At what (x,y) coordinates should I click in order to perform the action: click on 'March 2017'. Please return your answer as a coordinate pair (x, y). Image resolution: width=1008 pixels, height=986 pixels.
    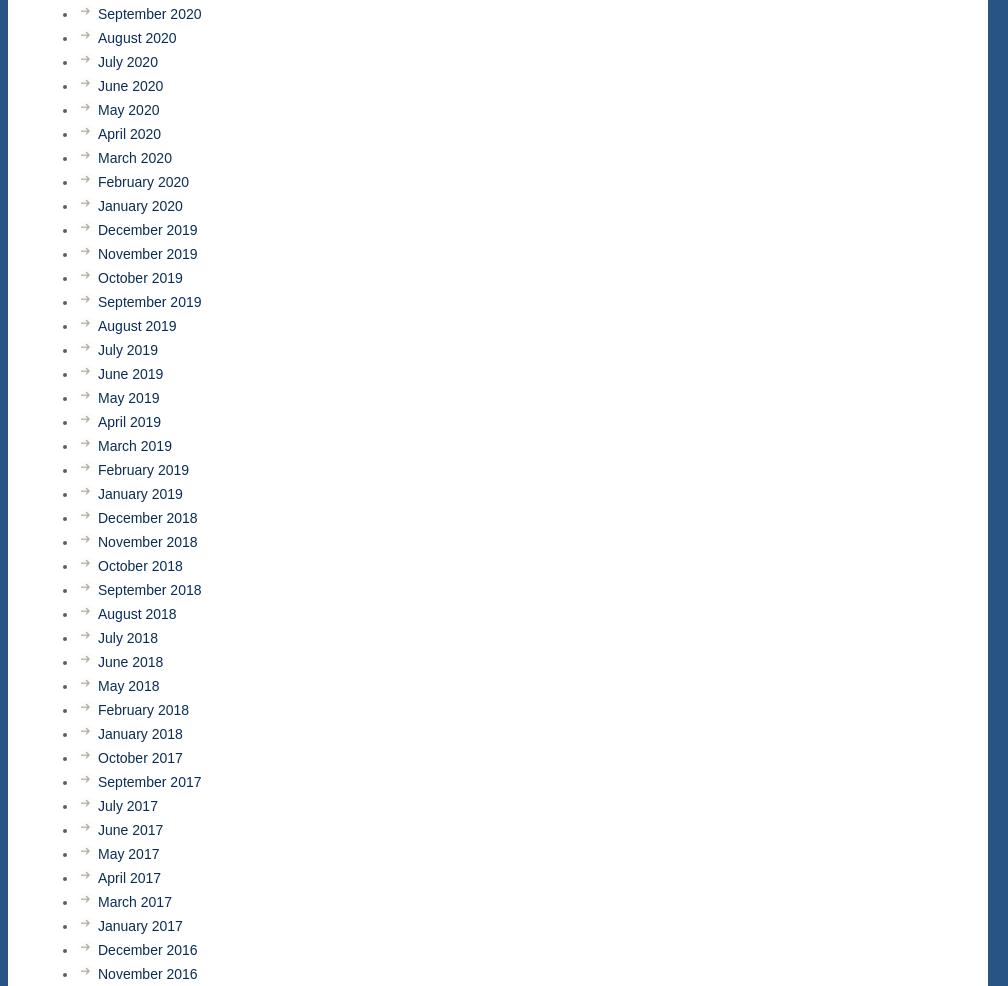
    Looking at the image, I should click on (134, 900).